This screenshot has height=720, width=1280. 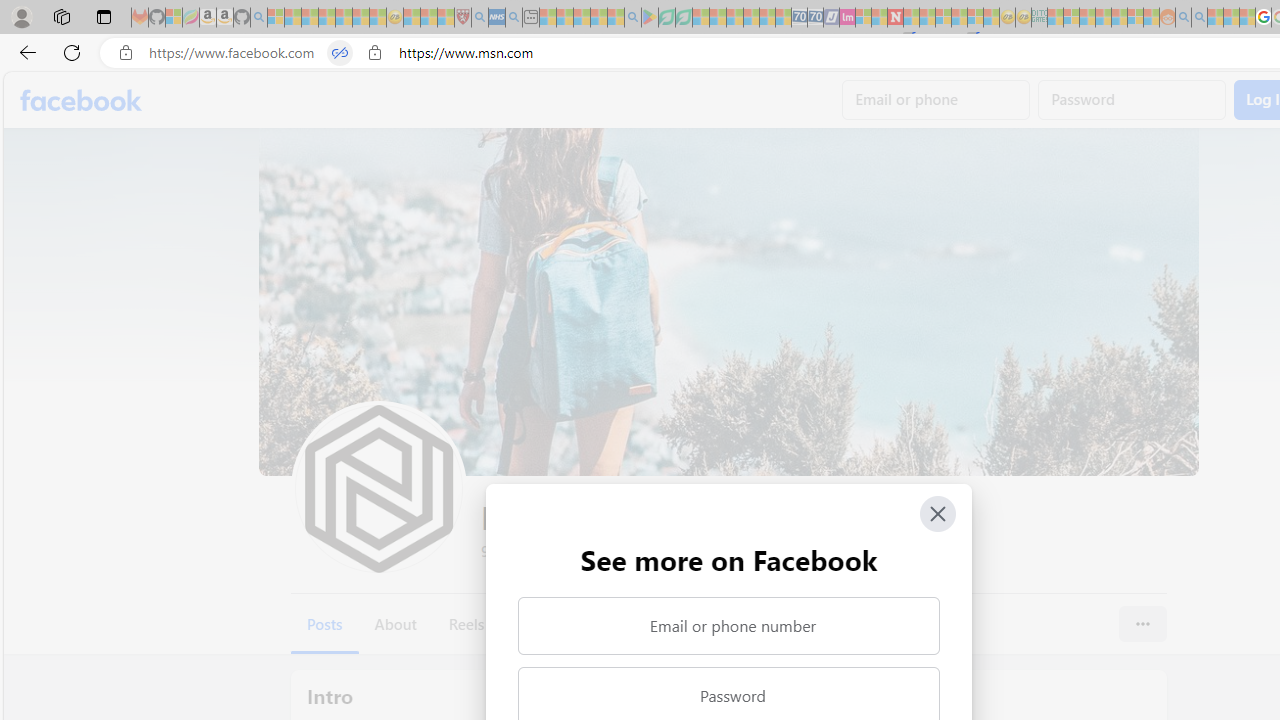 I want to click on 'Email or phone number', so click(x=727, y=625).